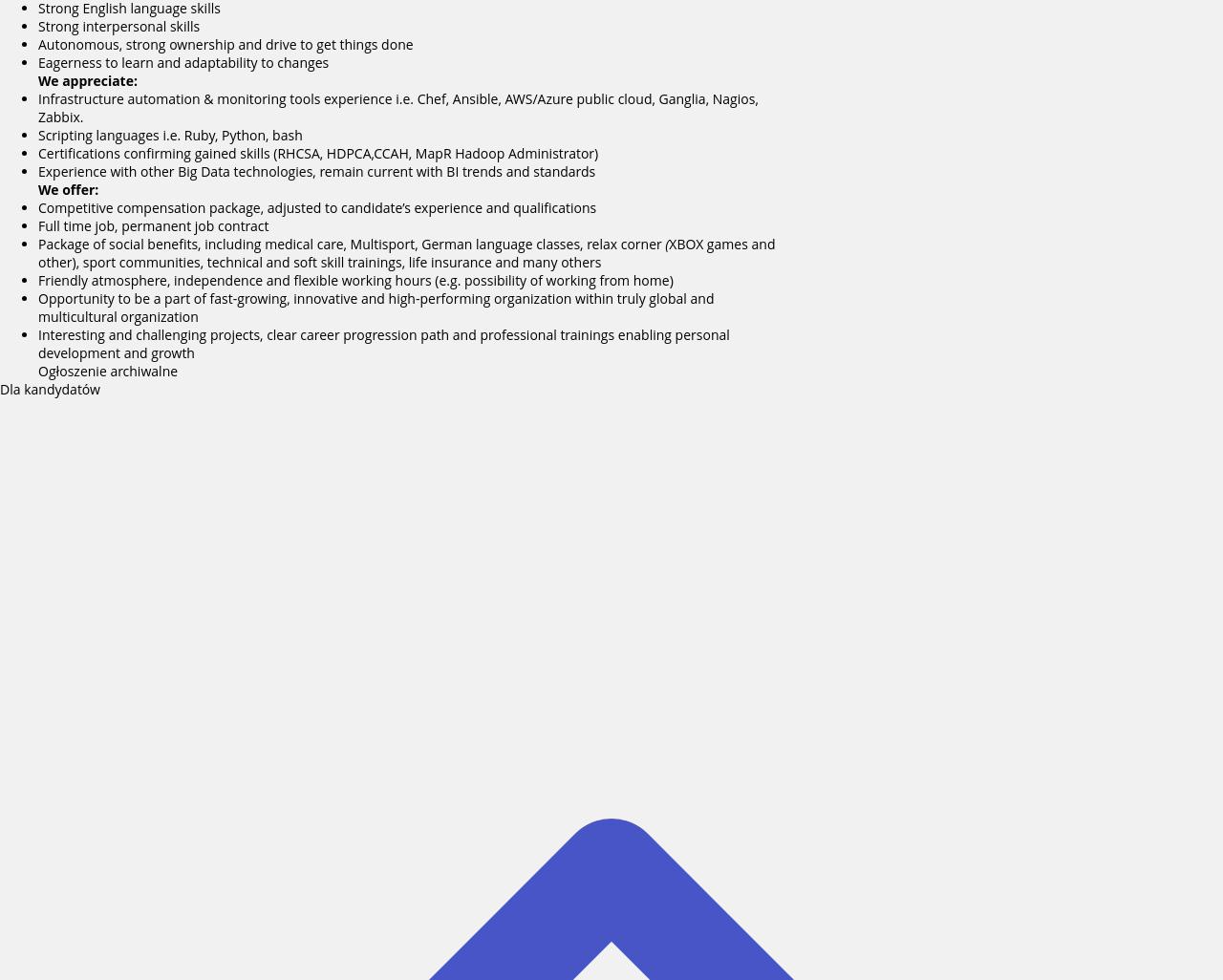  Describe the element at coordinates (49, 388) in the screenshot. I see `'Dla kandydatów'` at that location.